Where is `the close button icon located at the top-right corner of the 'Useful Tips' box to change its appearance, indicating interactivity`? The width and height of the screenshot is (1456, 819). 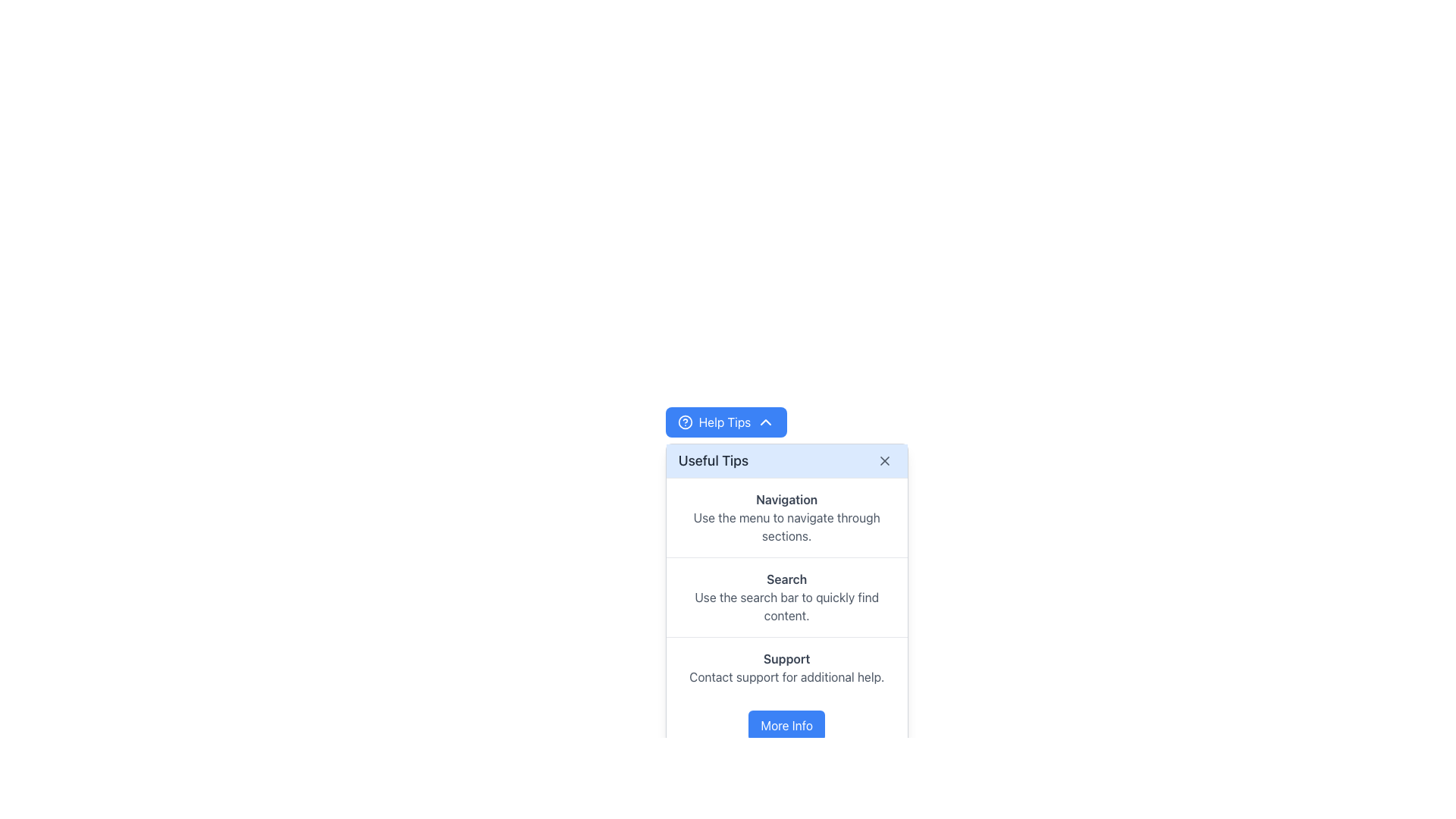 the close button icon located at the top-right corner of the 'Useful Tips' box to change its appearance, indicating interactivity is located at coordinates (884, 460).